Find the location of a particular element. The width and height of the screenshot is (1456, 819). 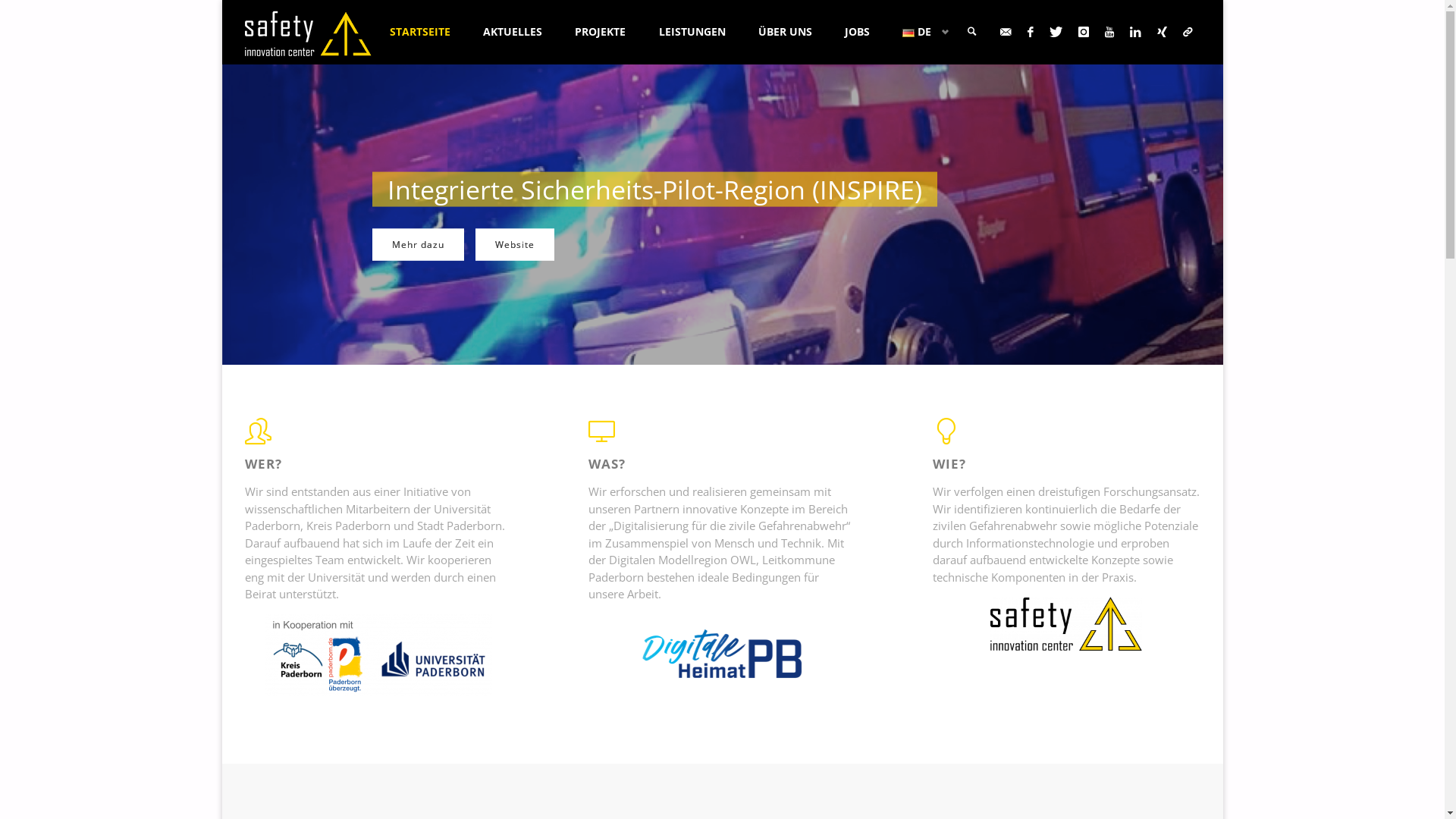

'LEISTUNGEN' is located at coordinates (642, 32).